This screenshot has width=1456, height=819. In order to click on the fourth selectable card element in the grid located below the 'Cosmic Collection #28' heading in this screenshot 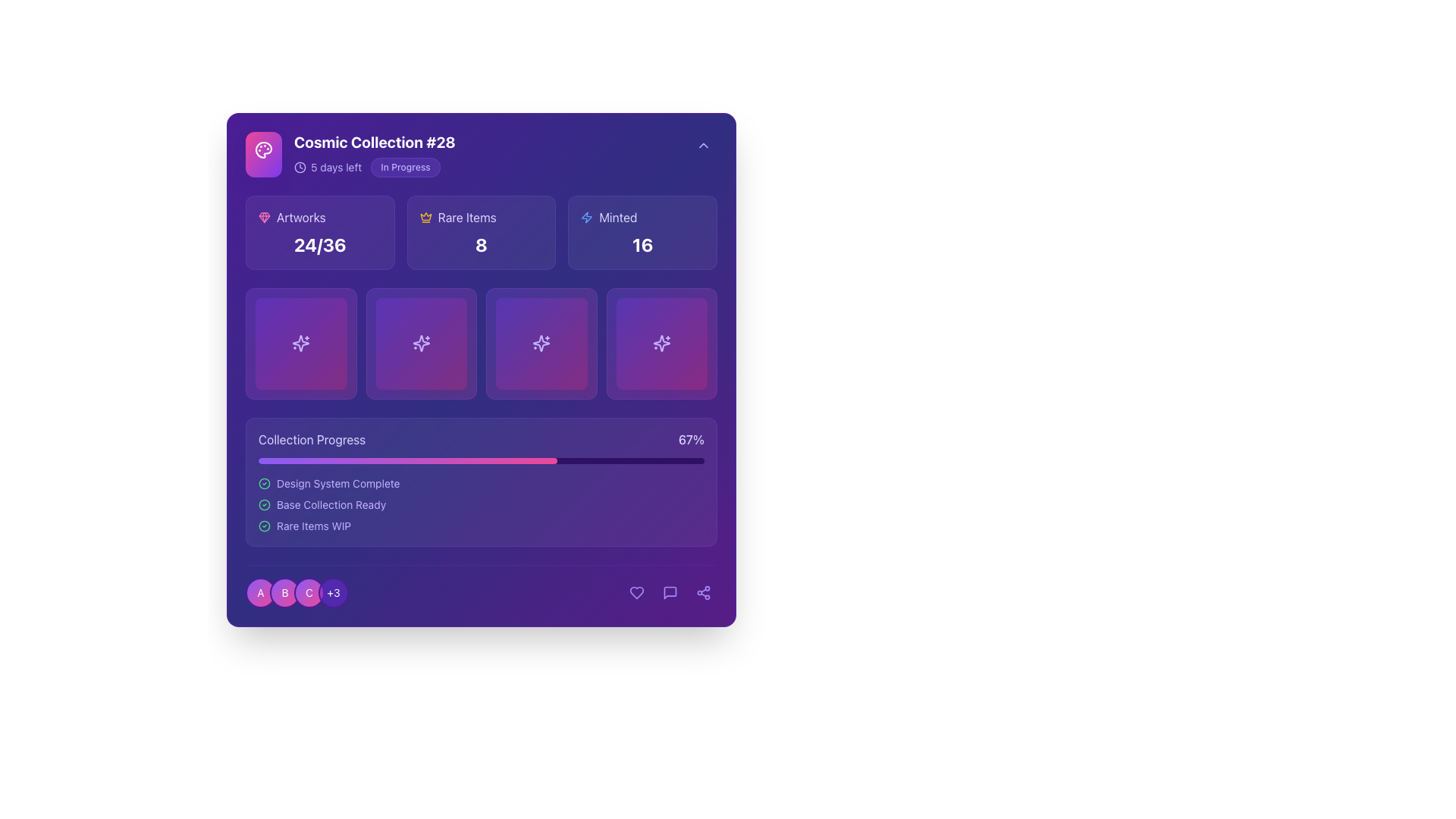, I will do `click(661, 344)`.